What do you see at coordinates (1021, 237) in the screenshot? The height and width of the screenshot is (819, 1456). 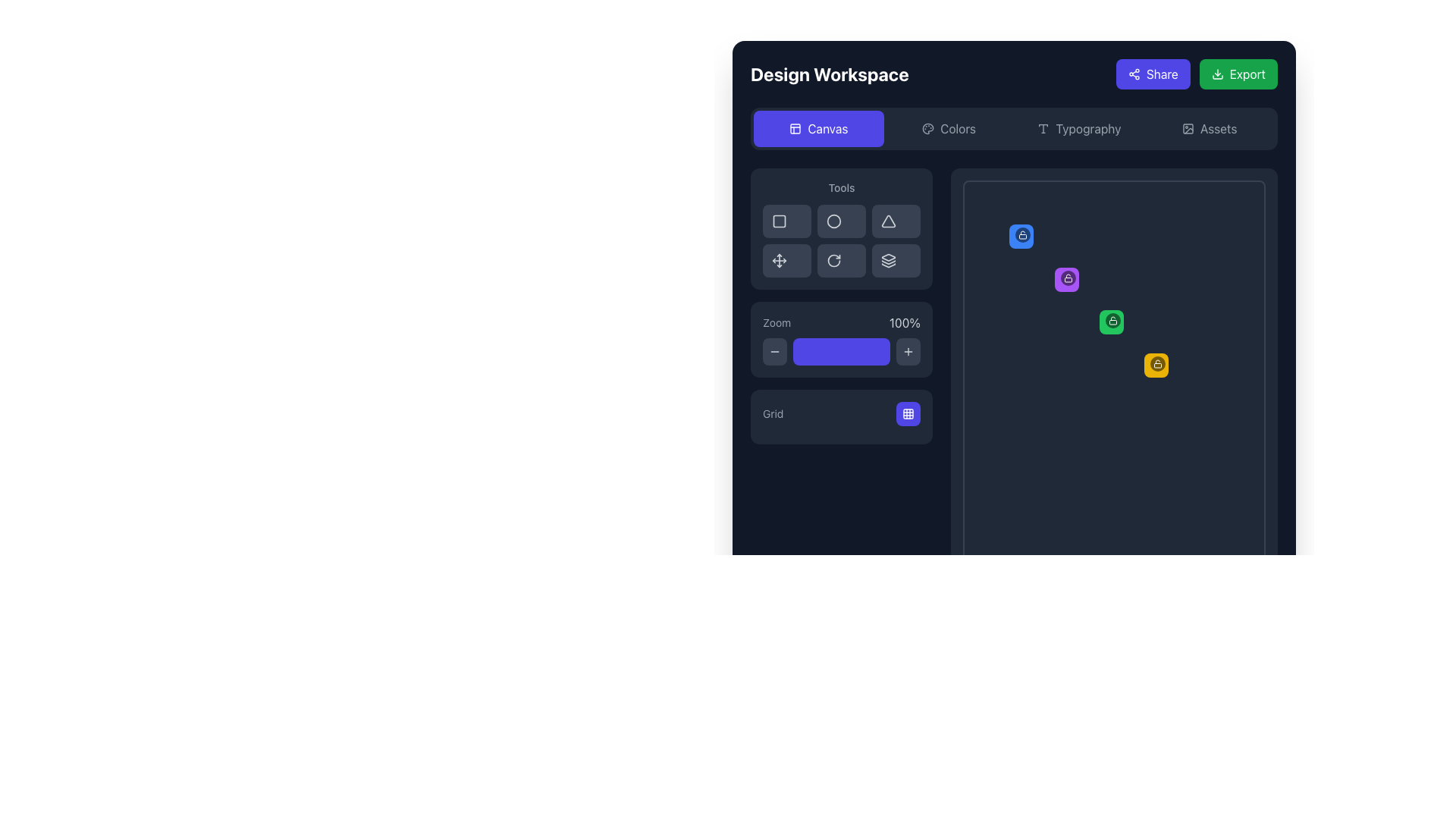 I see `the blue rounded square icon with a white open lock icon, located at the top-left of the workspace grid` at bounding box center [1021, 237].